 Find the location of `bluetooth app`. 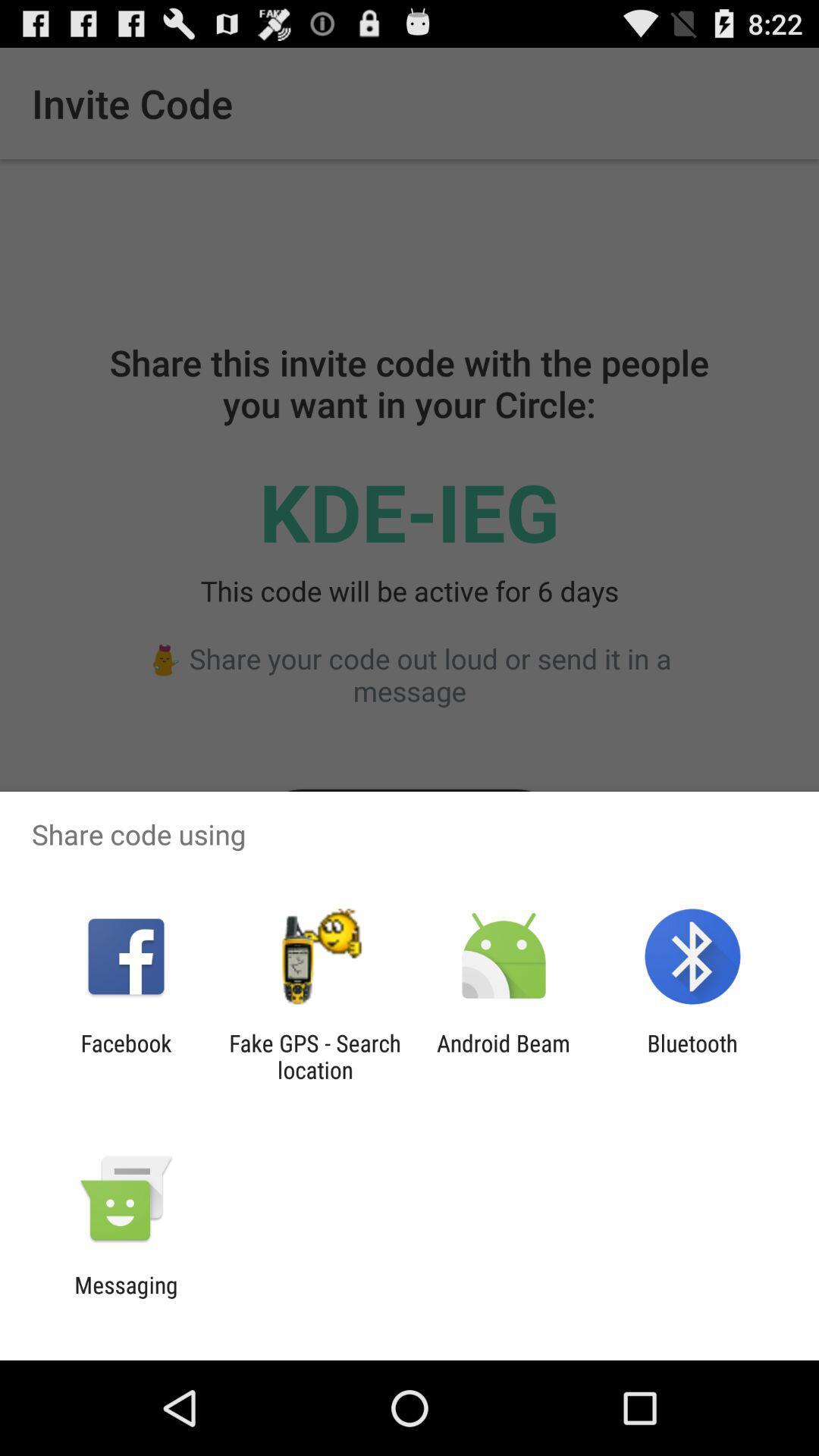

bluetooth app is located at coordinates (692, 1056).